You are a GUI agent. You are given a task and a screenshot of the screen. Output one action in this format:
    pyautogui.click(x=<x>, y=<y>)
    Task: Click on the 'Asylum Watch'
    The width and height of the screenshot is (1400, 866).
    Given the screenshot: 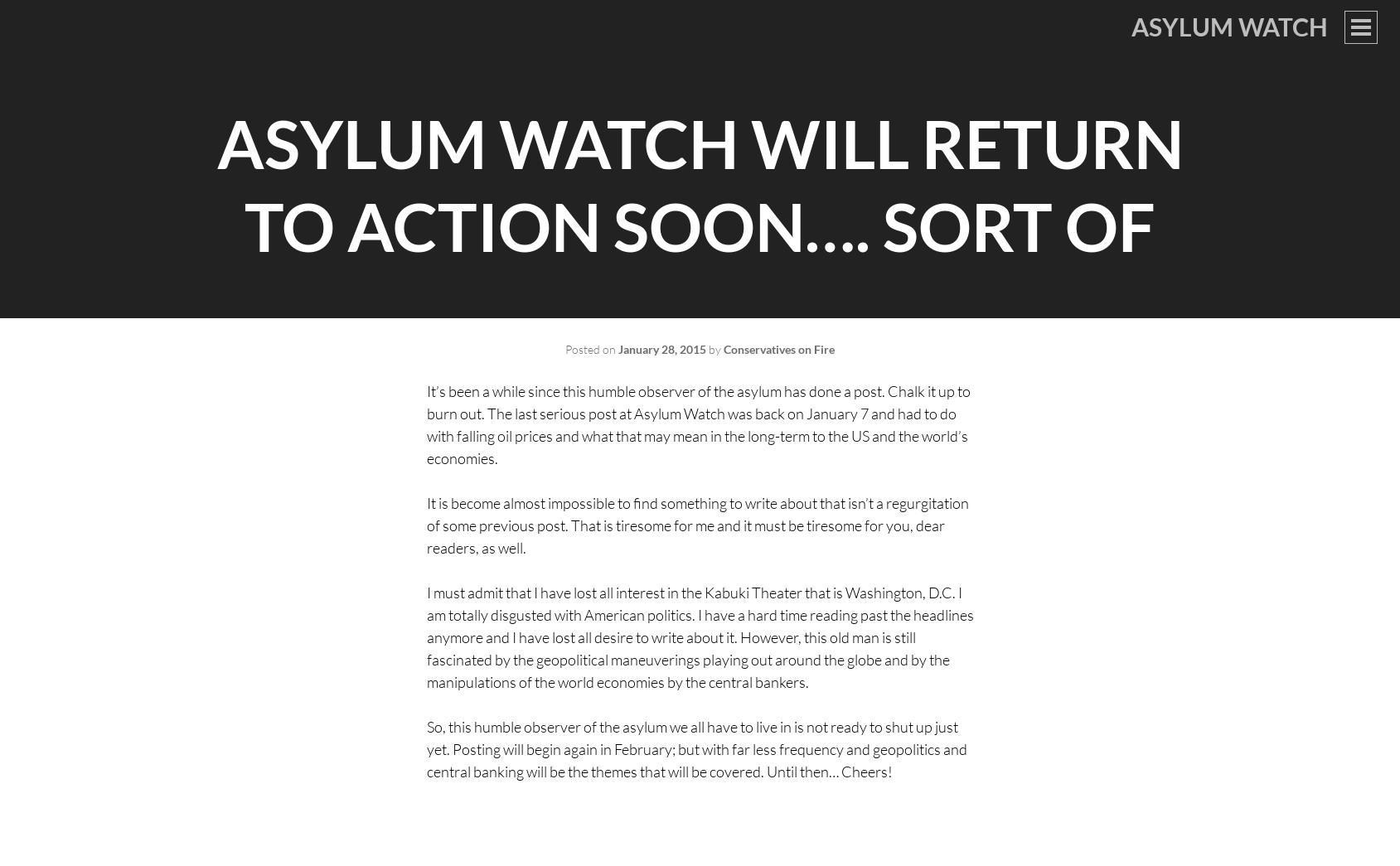 What is the action you would take?
    pyautogui.click(x=1229, y=25)
    